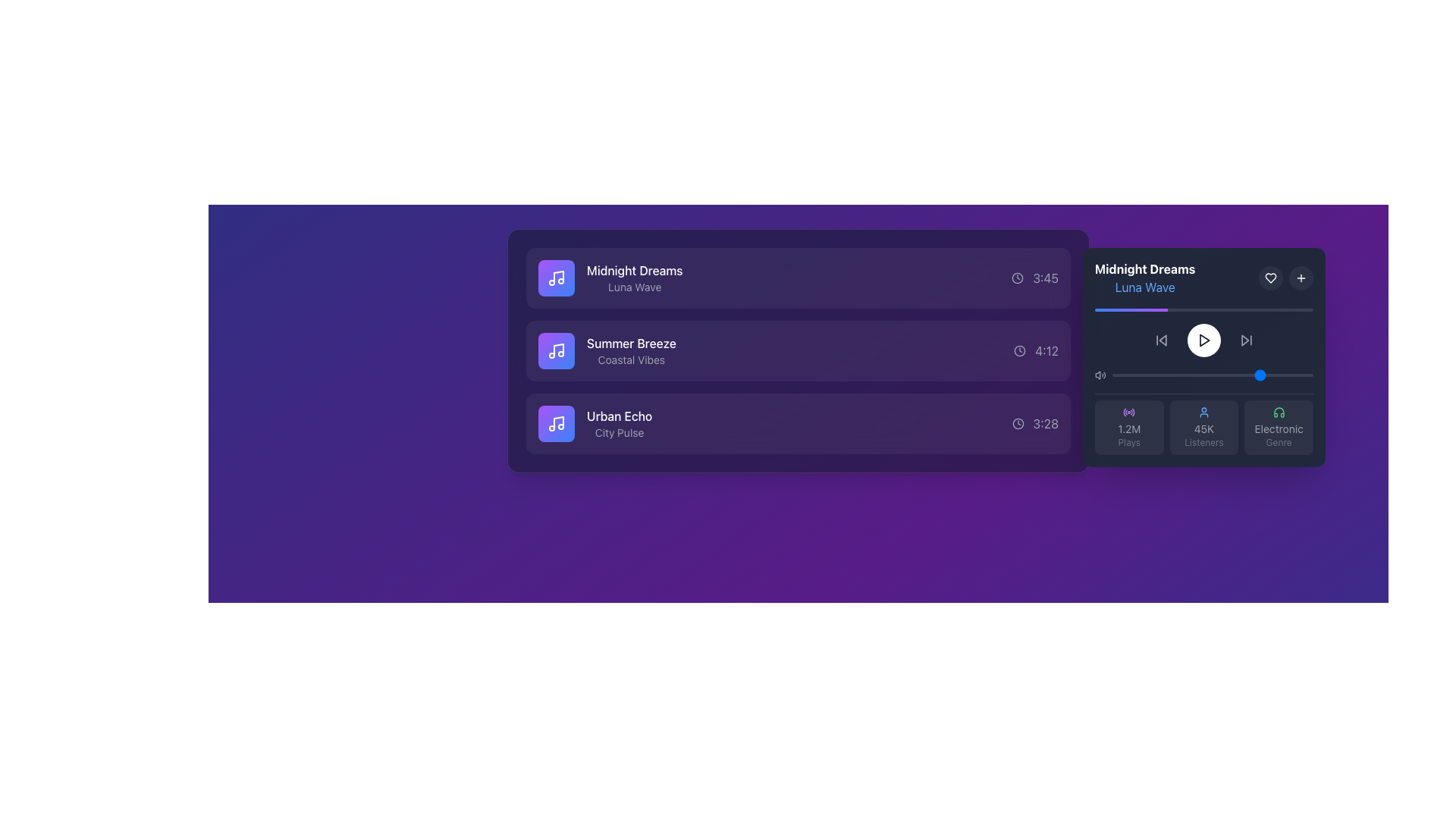 This screenshot has width=1456, height=819. What do you see at coordinates (1203, 339) in the screenshot?
I see `the Play button, which is centrally located in the row of media controls` at bounding box center [1203, 339].